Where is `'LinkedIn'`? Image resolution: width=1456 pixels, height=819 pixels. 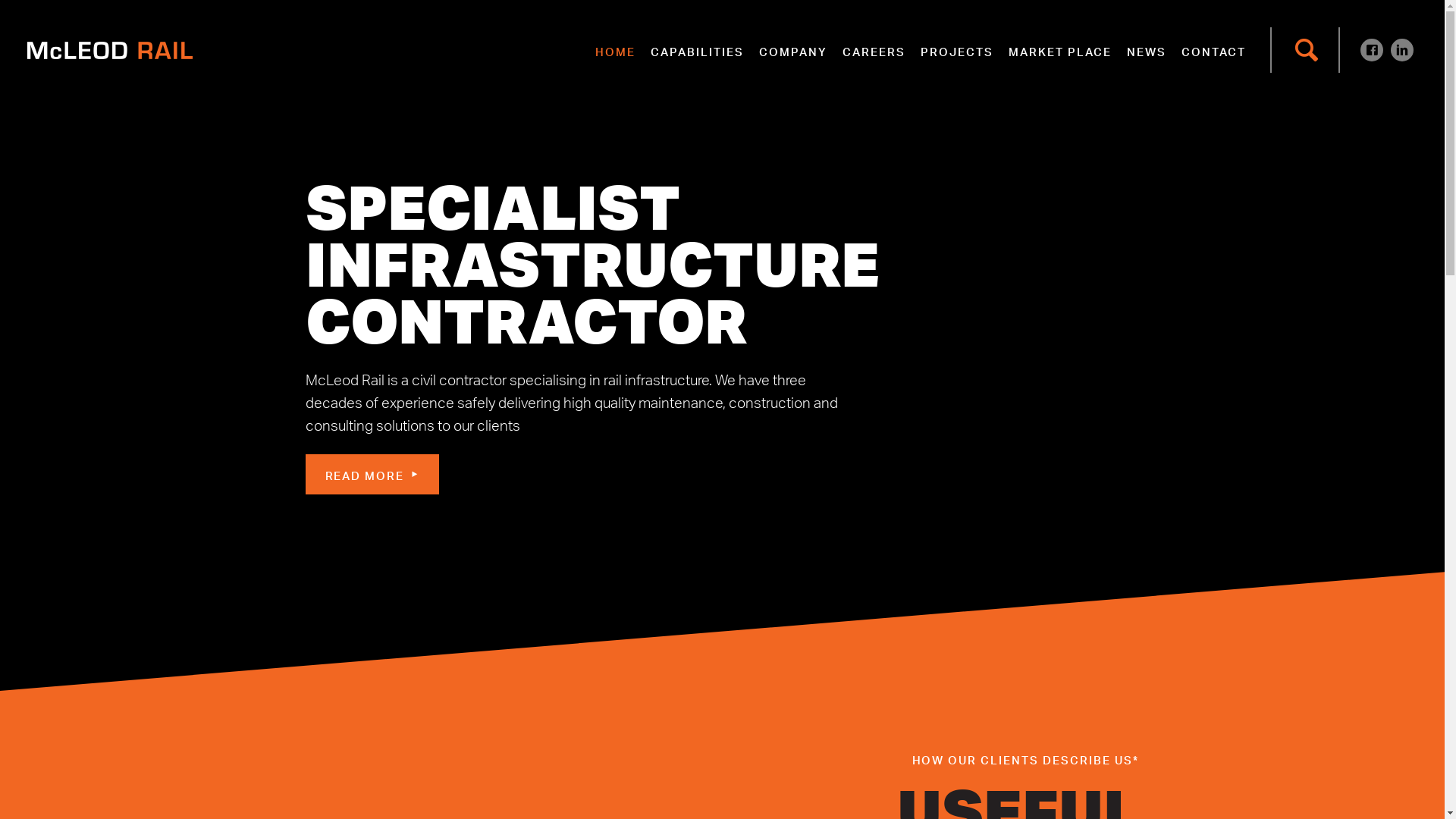
'LinkedIn' is located at coordinates (1401, 49).